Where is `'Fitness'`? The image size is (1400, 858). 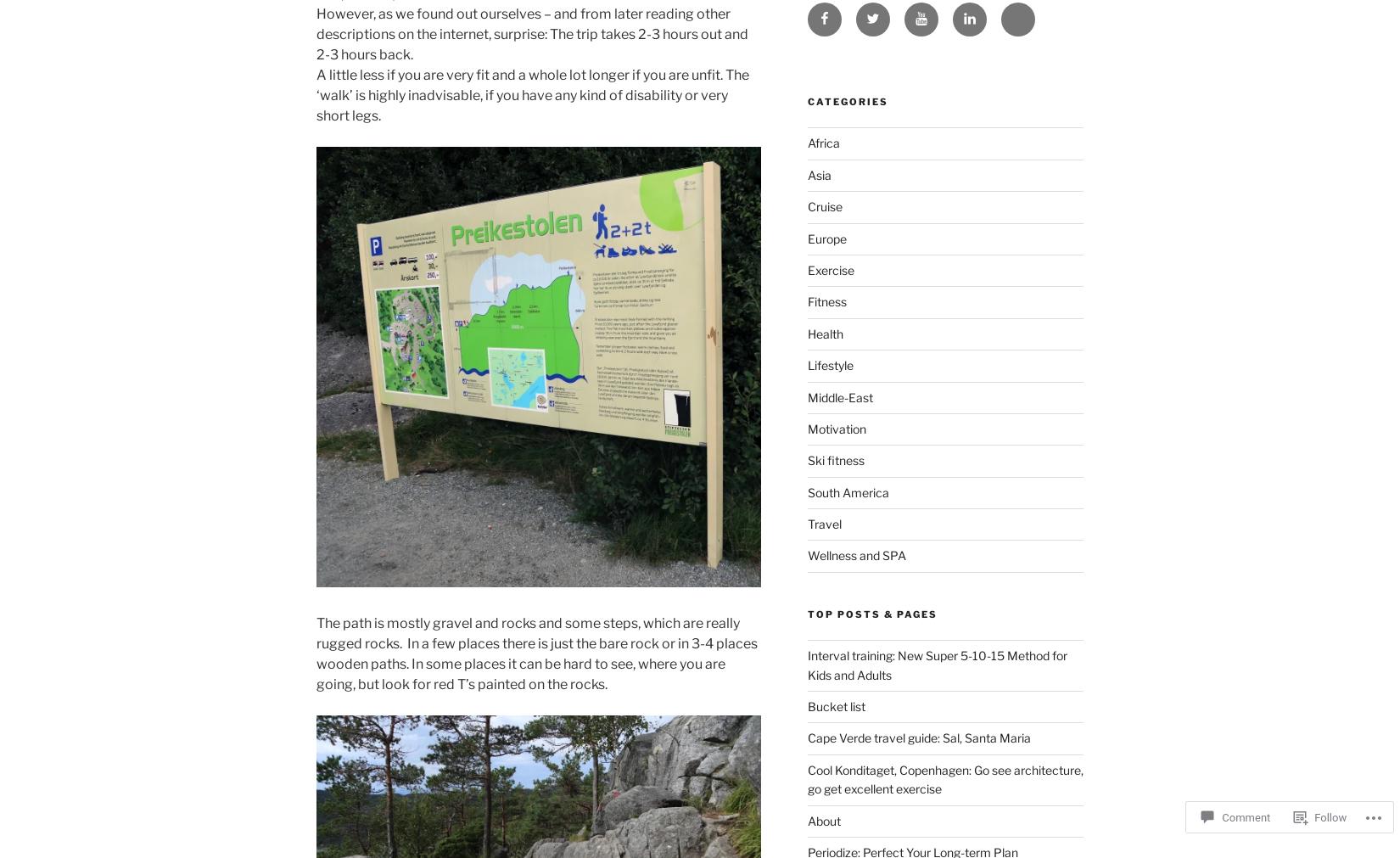 'Fitness' is located at coordinates (826, 300).